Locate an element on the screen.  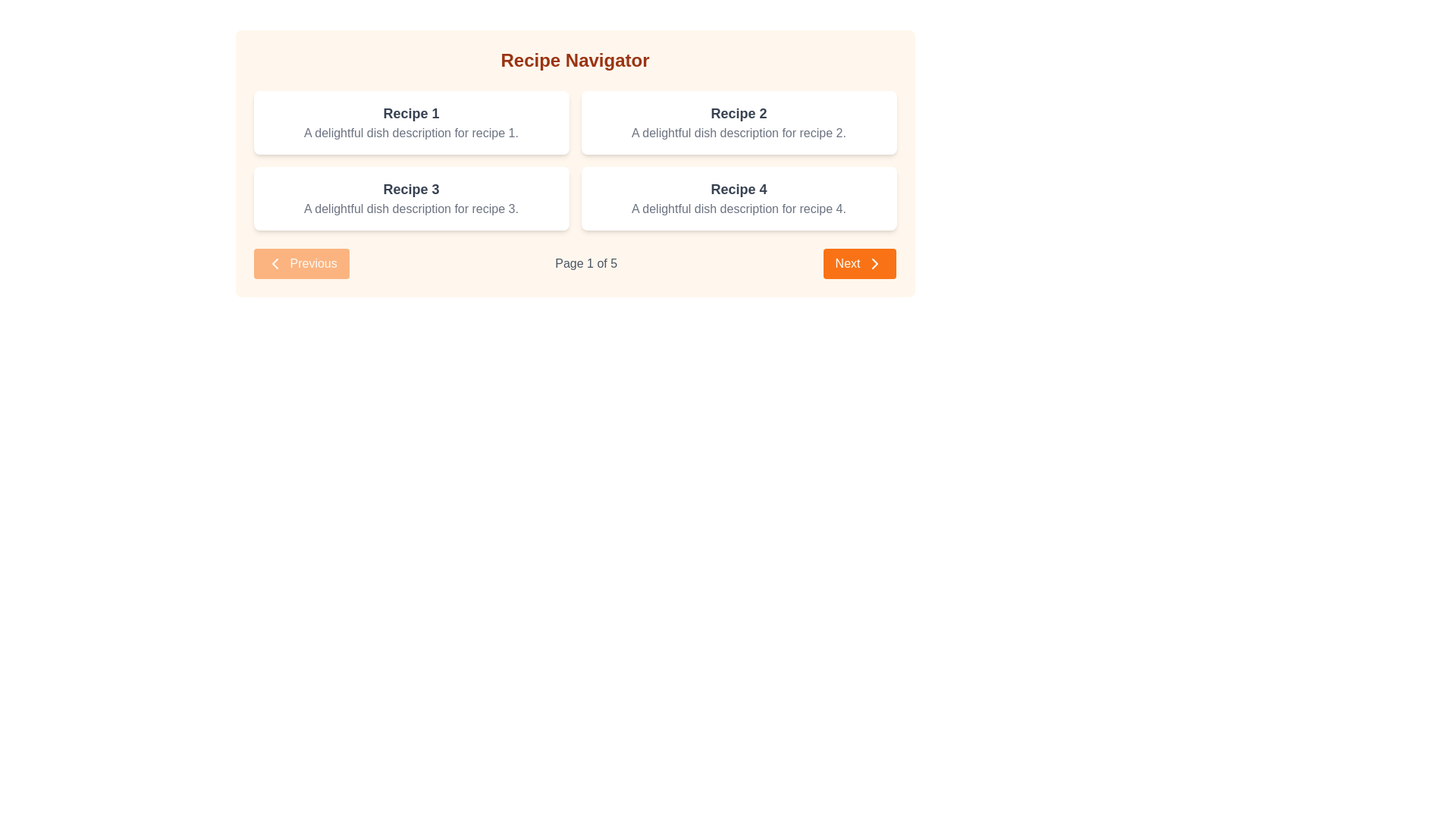
the chevron arrow icon located inside the 'Next' button with an orange background is located at coordinates (875, 262).